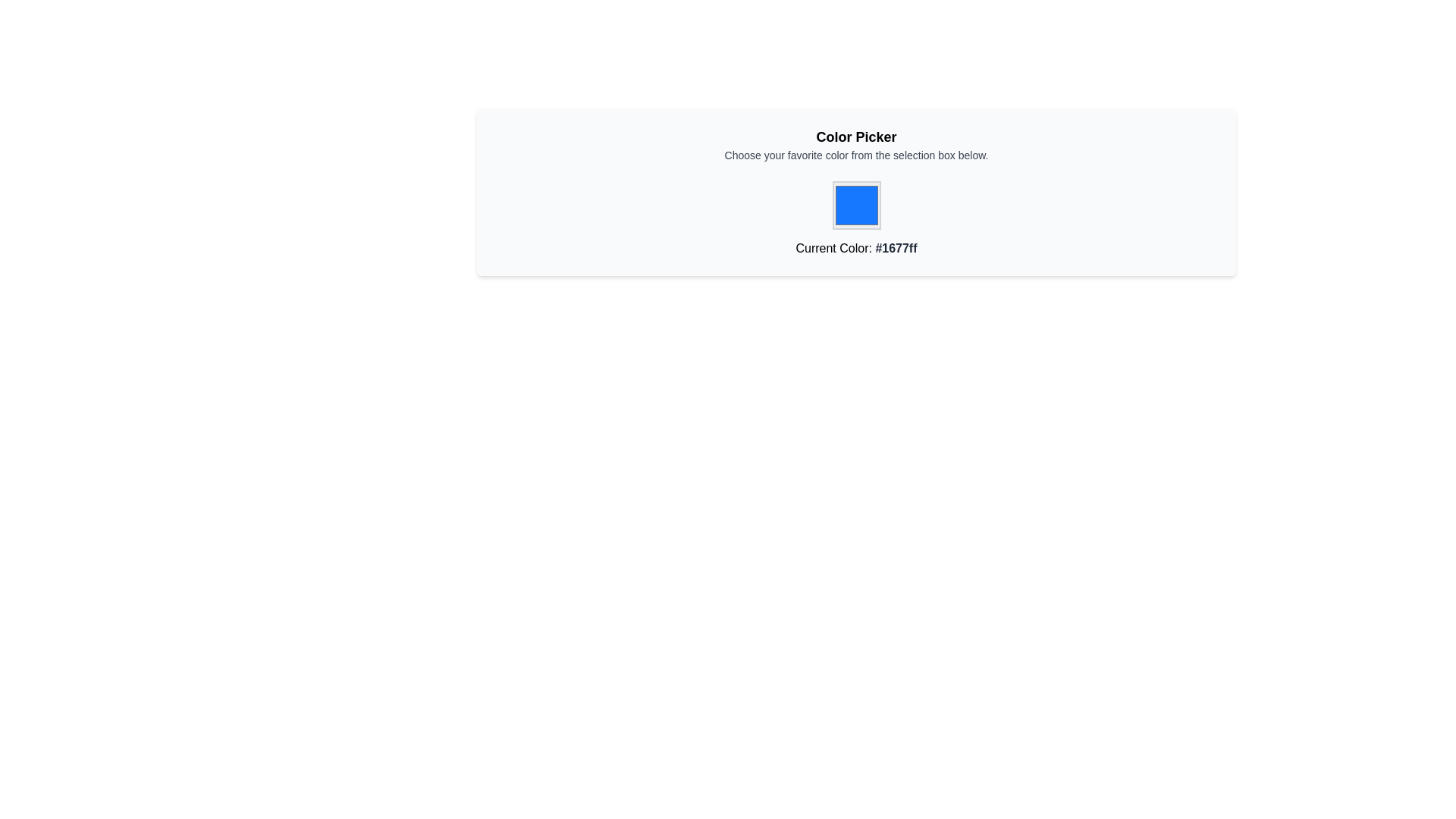  Describe the element at coordinates (856, 155) in the screenshot. I see `the instructional text guiding the user to select a color from the color picker located below the 'Color Picker' header` at that location.